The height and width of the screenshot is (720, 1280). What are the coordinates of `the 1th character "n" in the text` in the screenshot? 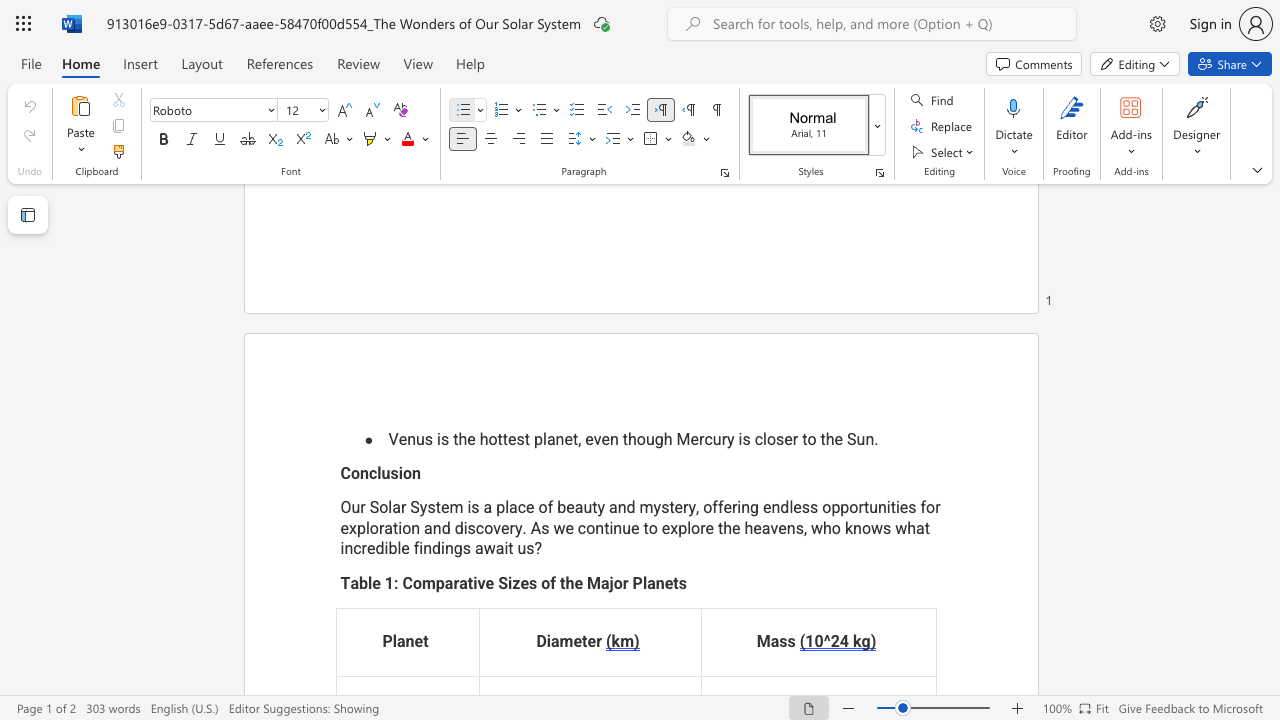 It's located at (410, 438).